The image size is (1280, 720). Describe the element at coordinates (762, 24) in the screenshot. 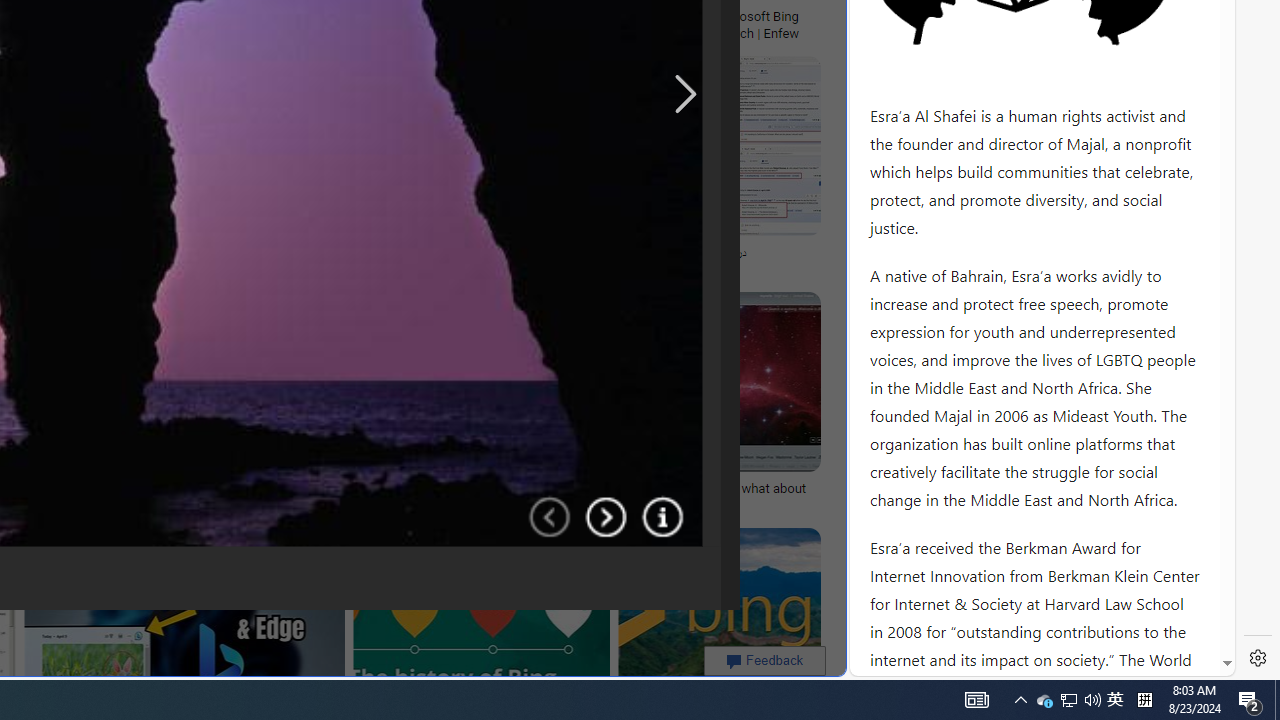

I see `'Microsoft Bing Search | Enfew'` at that location.